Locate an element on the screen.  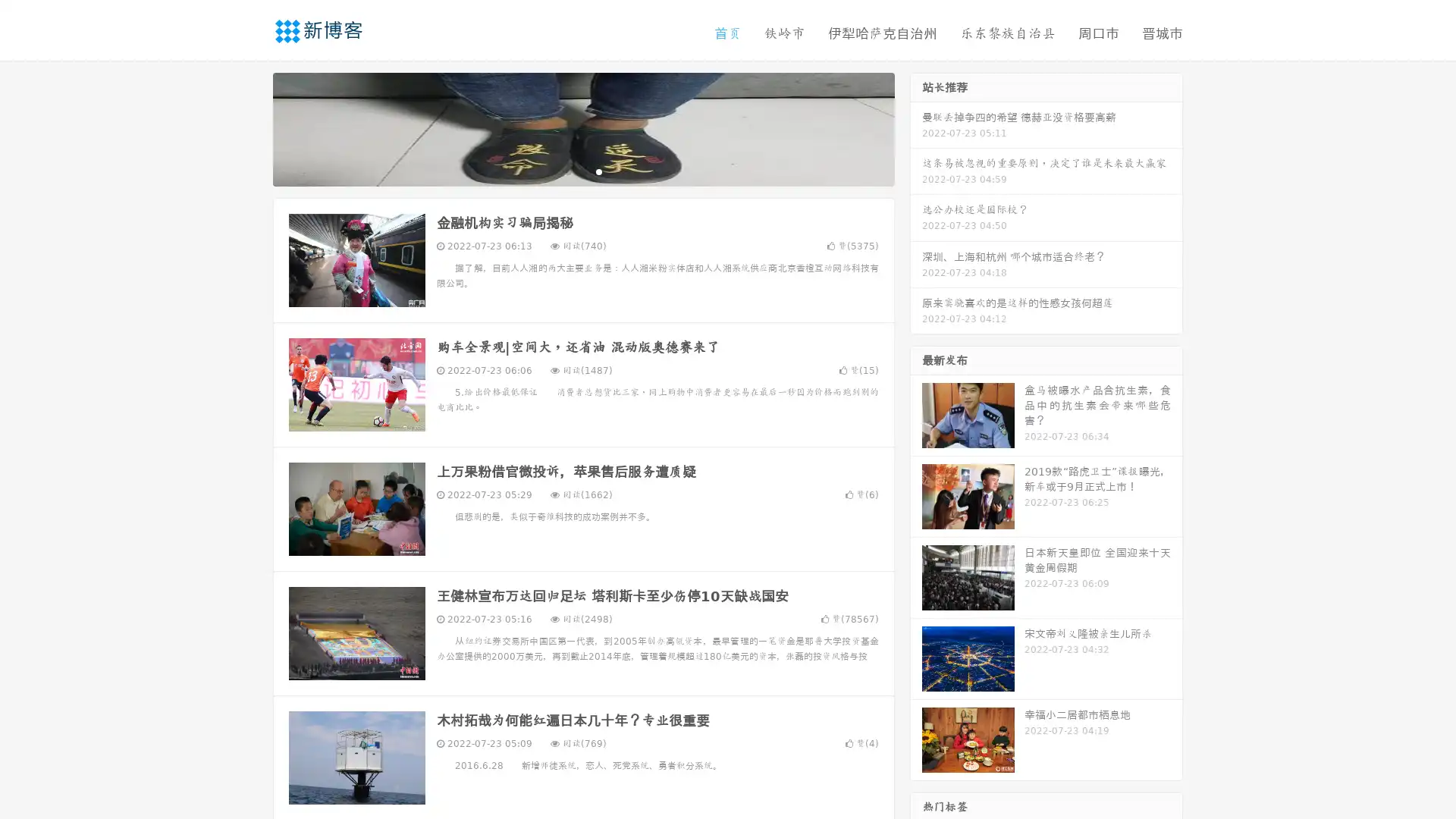
Go to slide 3 is located at coordinates (598, 171).